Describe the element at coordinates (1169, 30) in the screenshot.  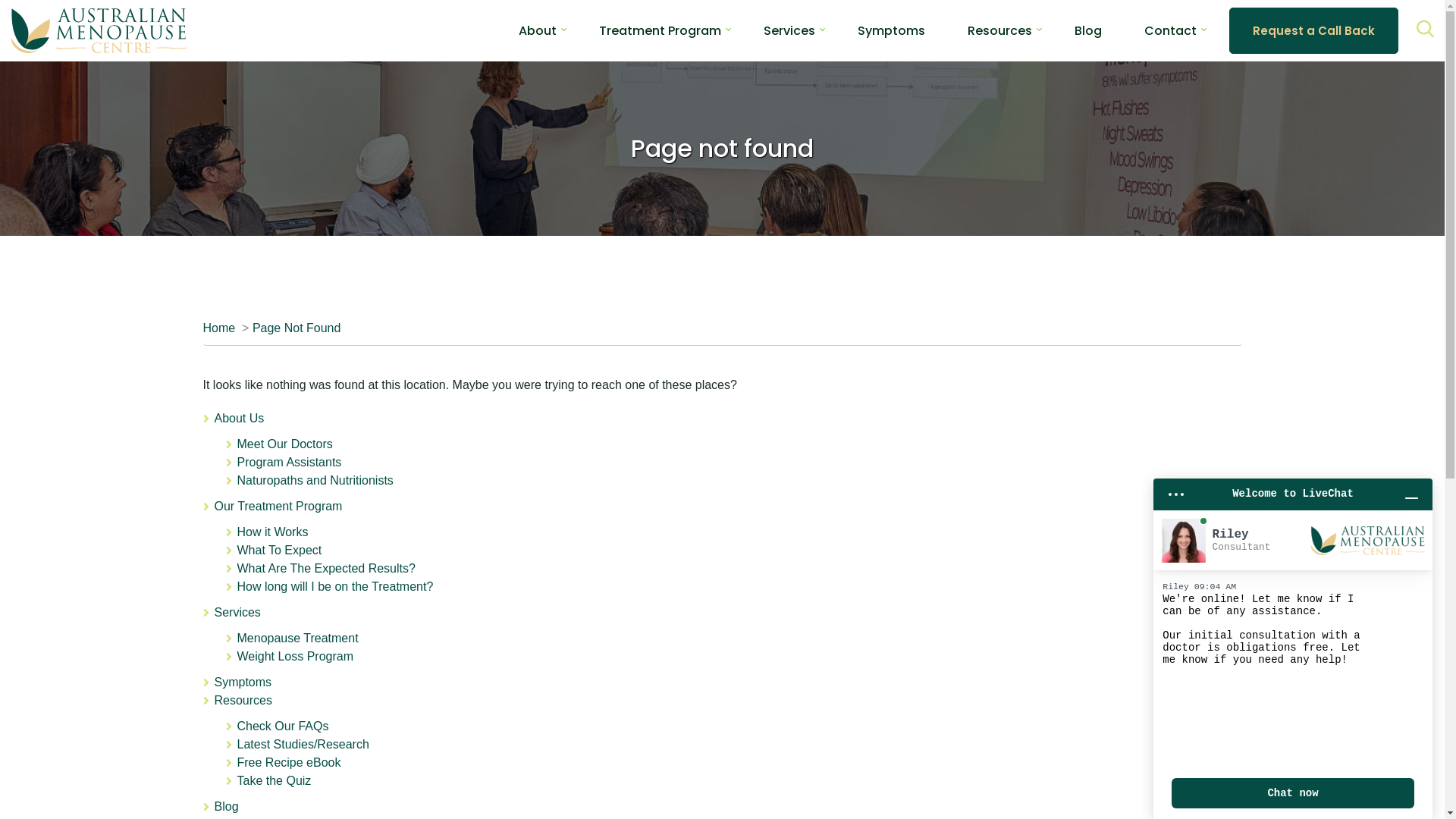
I see `'Contact'` at that location.